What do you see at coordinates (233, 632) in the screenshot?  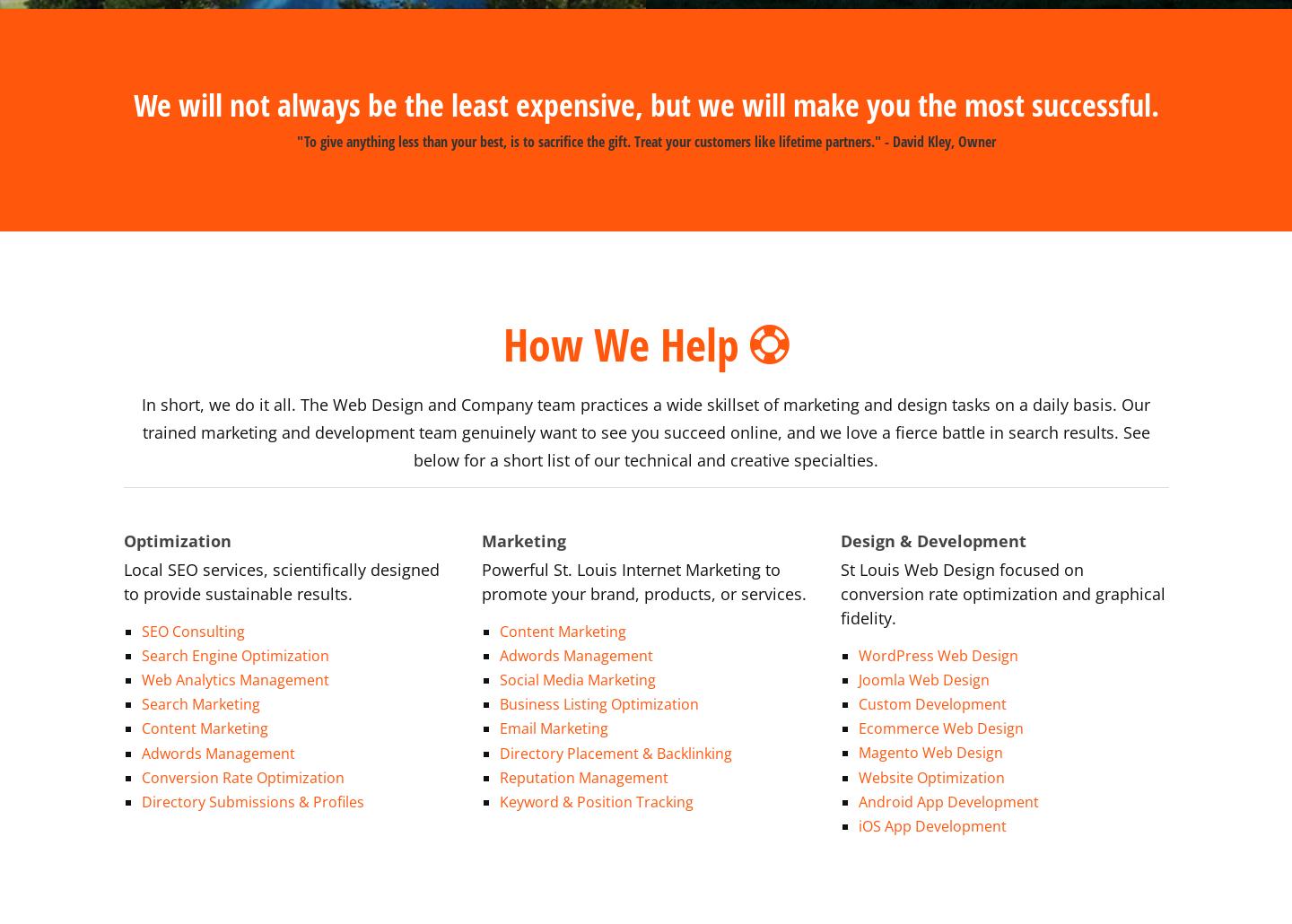 I see `'Search Engine Optimization'` at bounding box center [233, 632].